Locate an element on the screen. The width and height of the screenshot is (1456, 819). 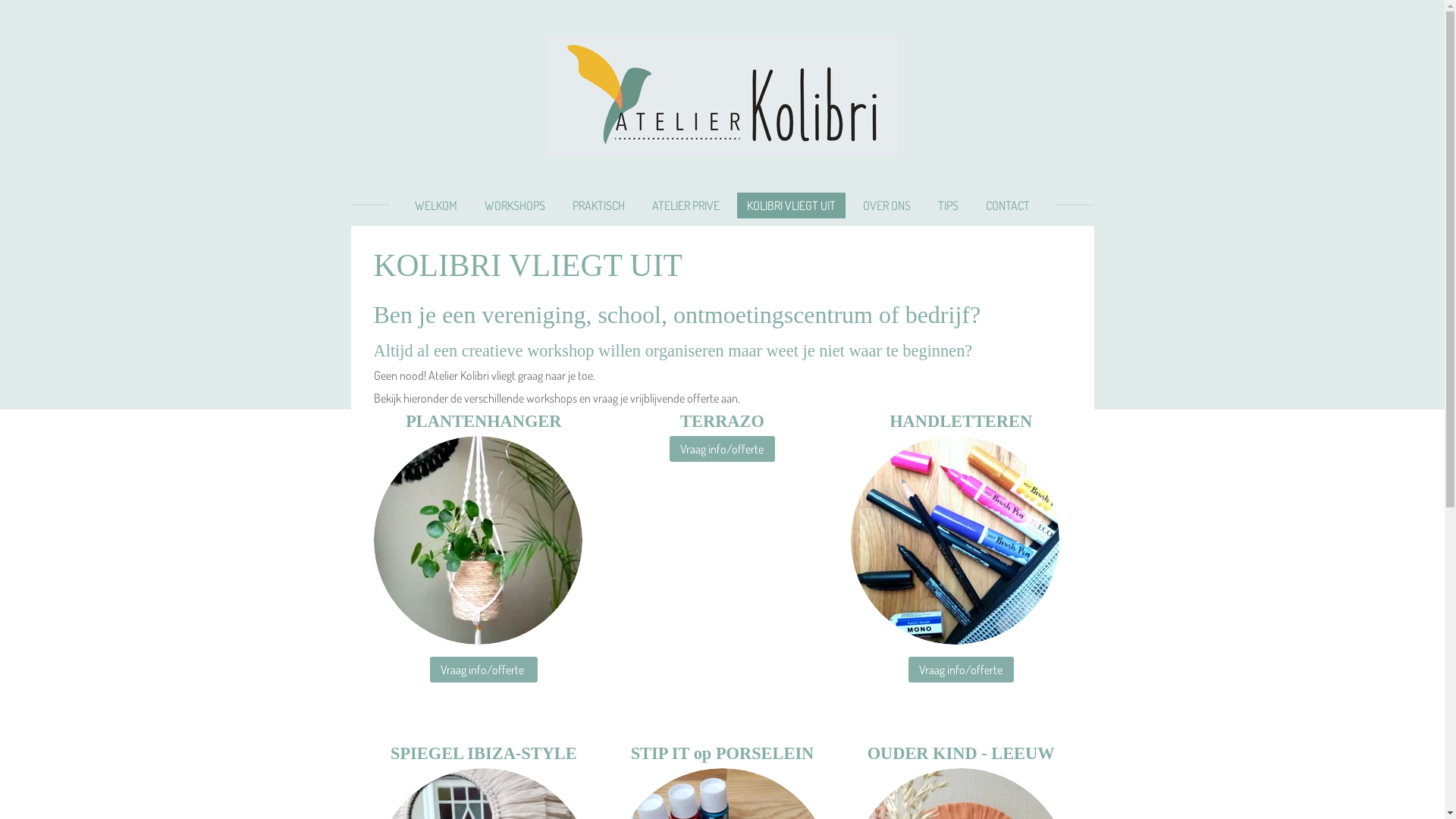
'Vraag info/offerte ' is located at coordinates (483, 669).